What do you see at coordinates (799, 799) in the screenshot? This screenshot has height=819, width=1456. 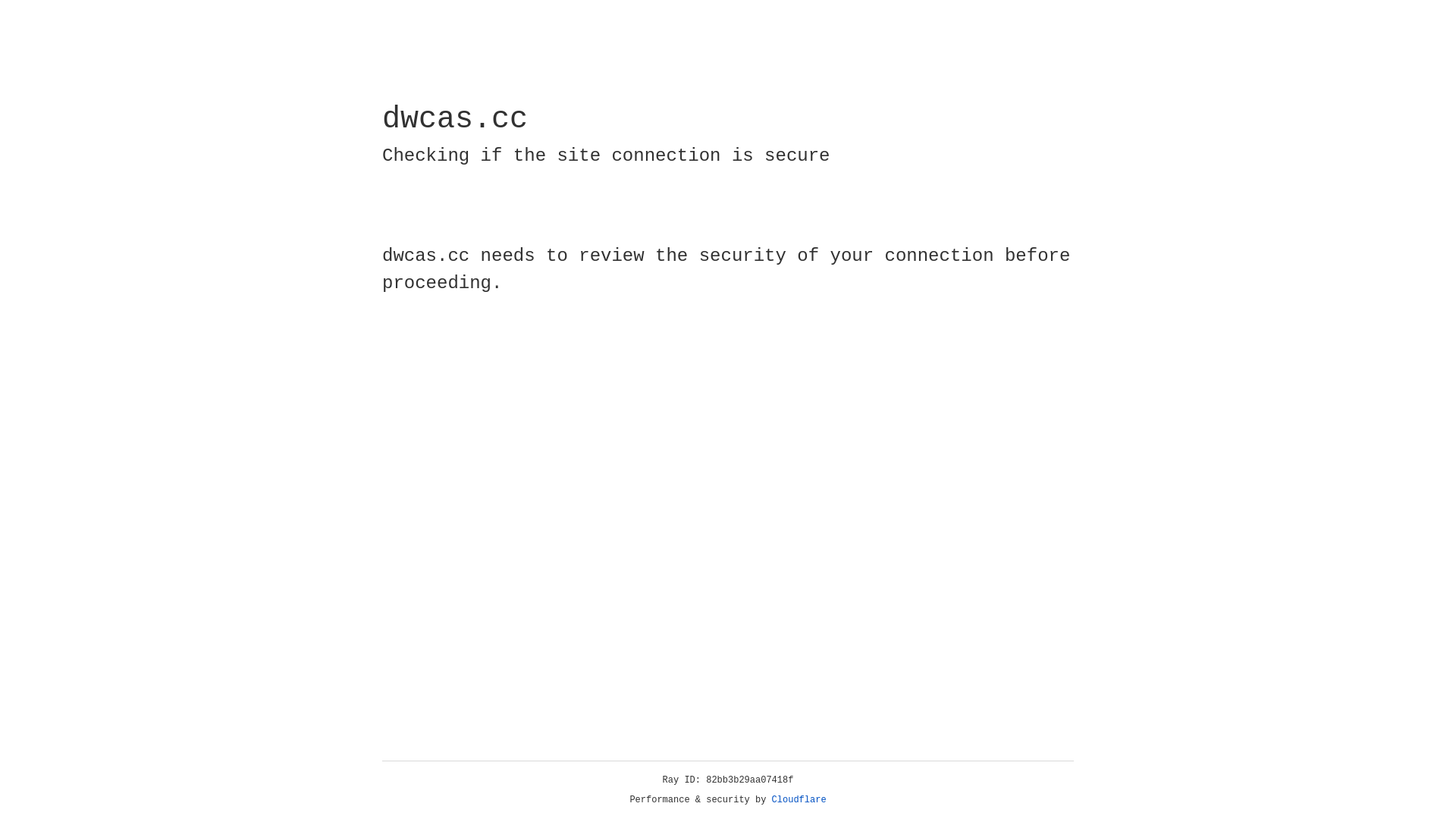 I see `'Cloudflare'` at bounding box center [799, 799].